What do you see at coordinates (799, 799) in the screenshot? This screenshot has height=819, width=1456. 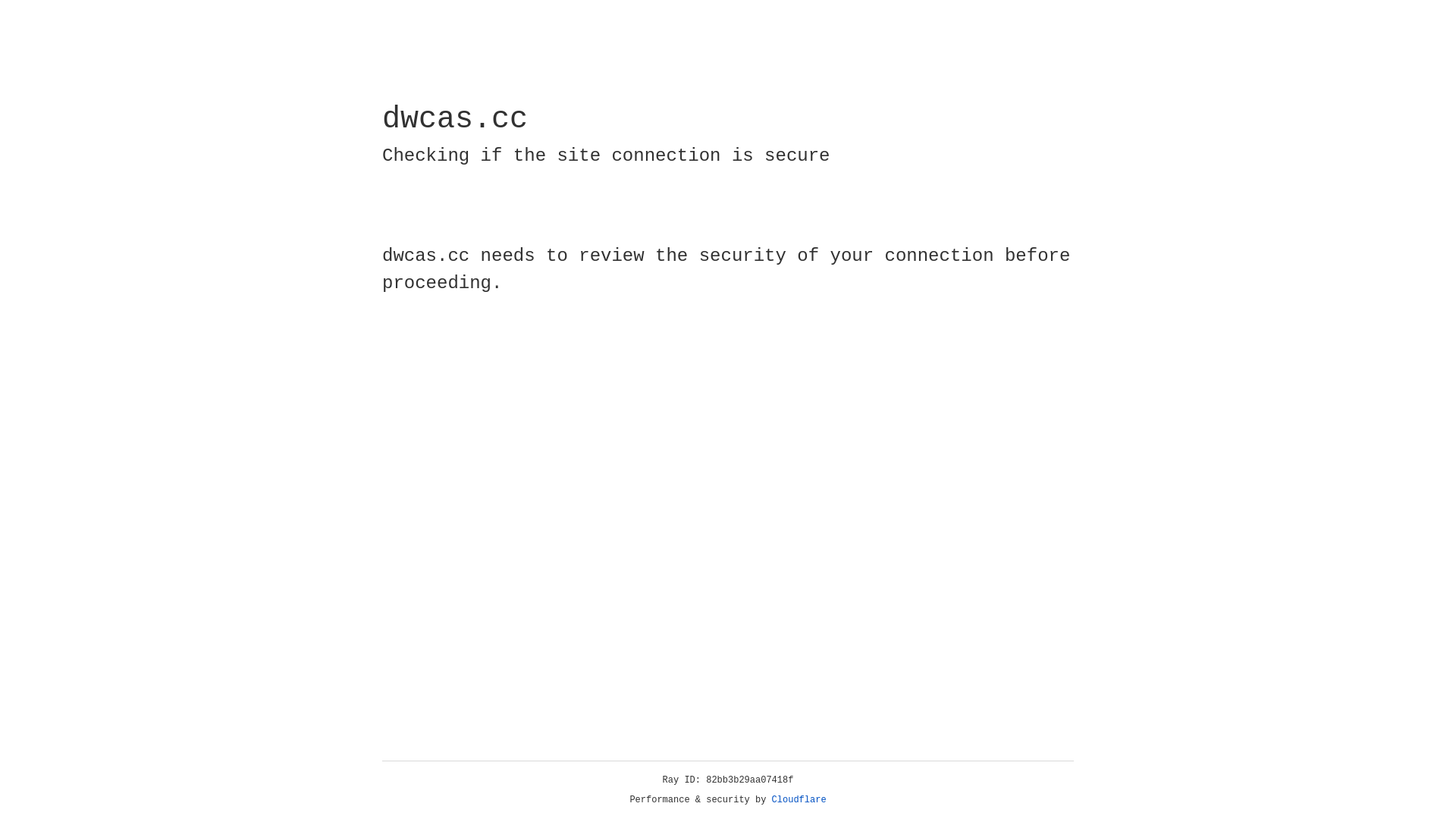 I see `'Cloudflare'` at bounding box center [799, 799].